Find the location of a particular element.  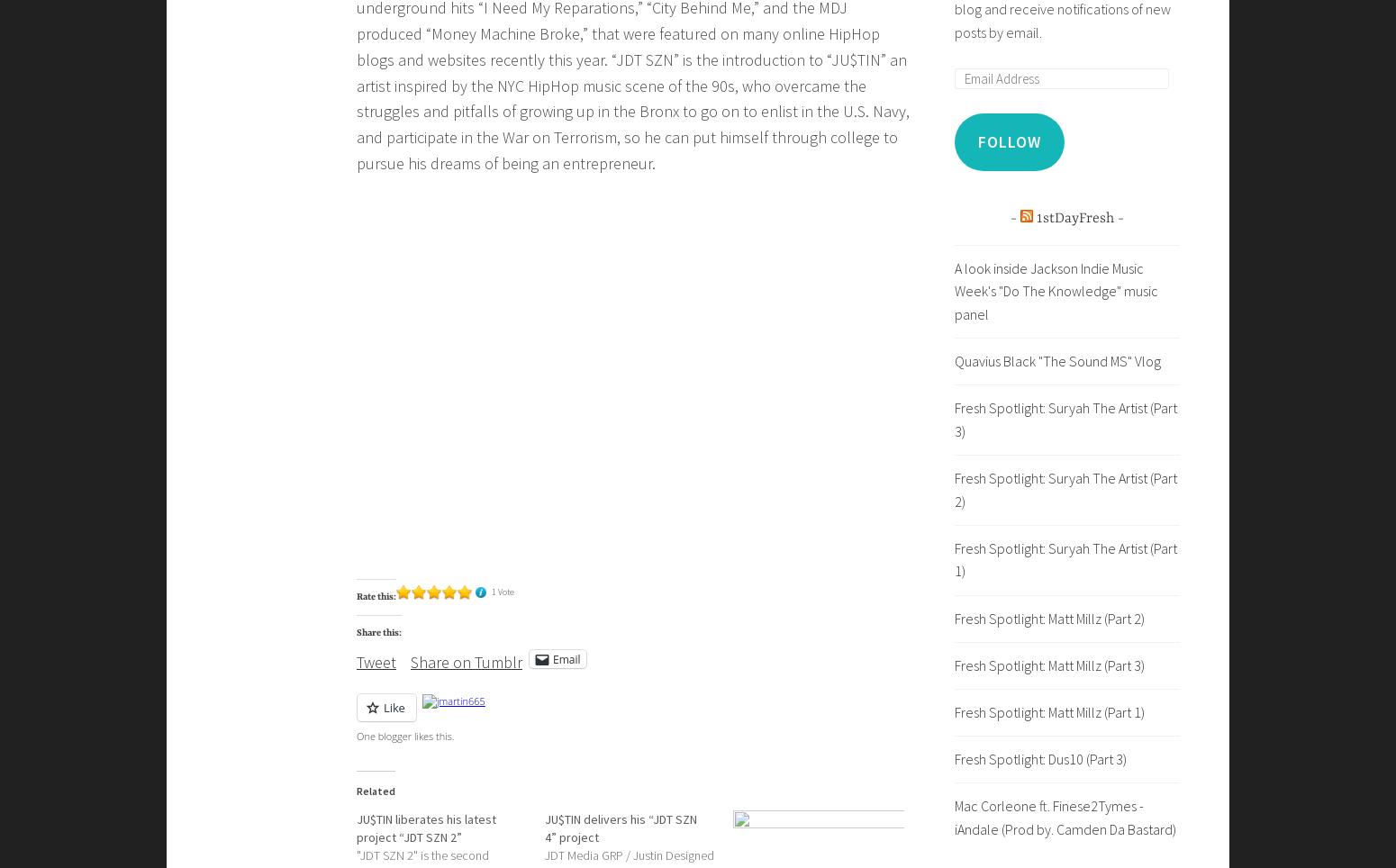

'Tweet' is located at coordinates (357, 661).